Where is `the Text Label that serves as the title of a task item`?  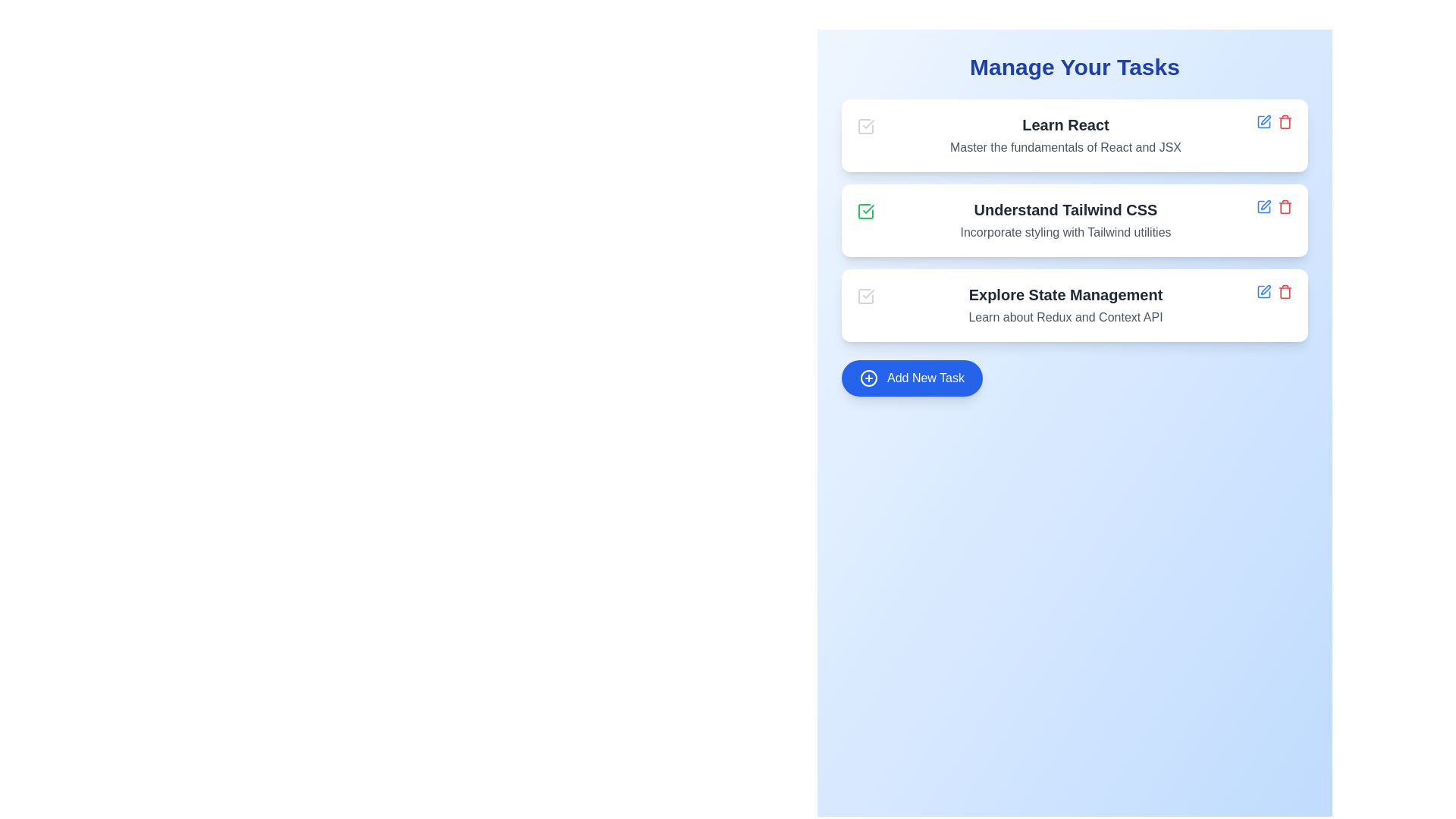 the Text Label that serves as the title of a task item is located at coordinates (1065, 295).